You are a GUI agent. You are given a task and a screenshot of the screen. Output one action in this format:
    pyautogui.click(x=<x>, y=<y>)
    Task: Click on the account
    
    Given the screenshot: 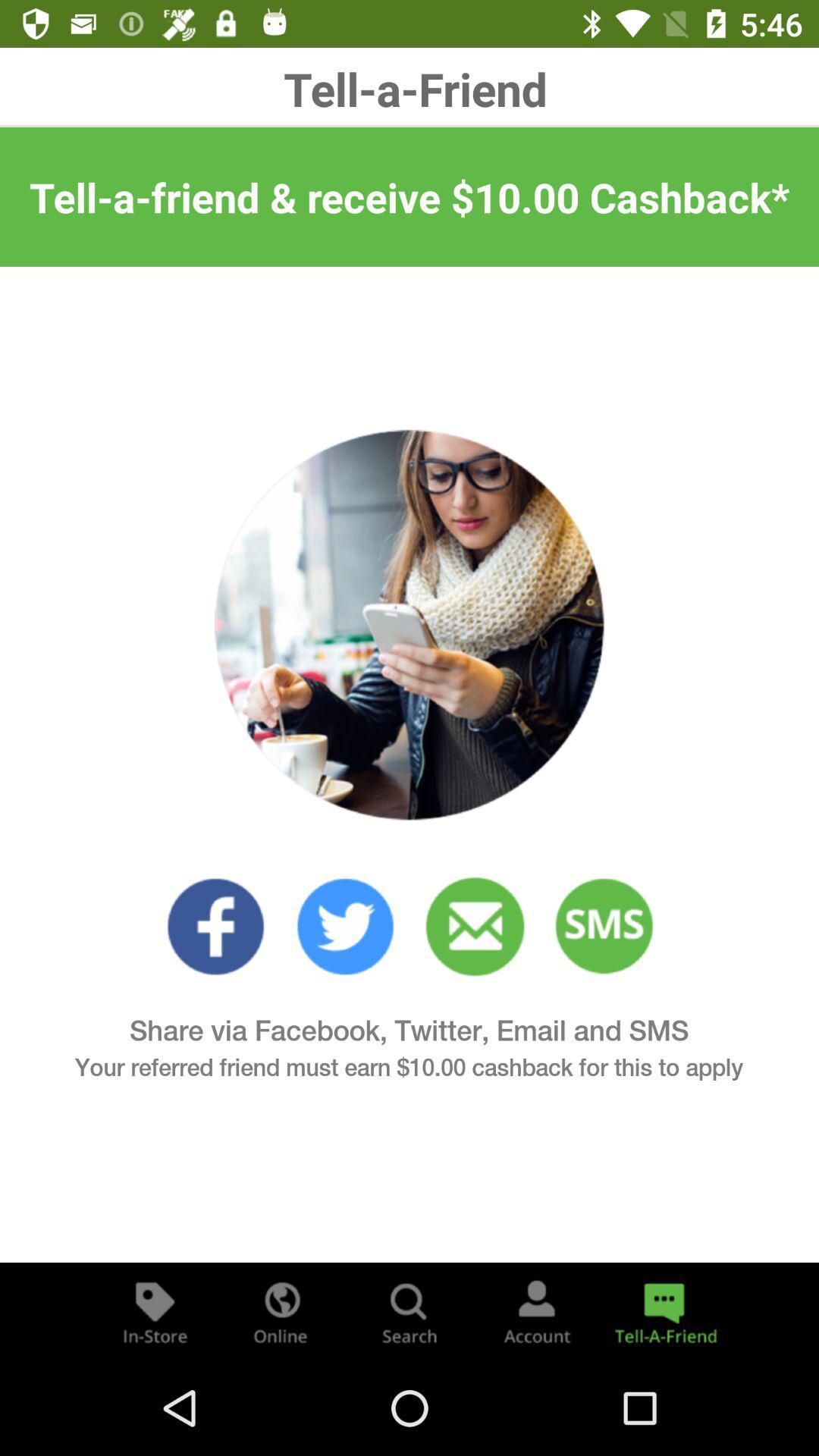 What is the action you would take?
    pyautogui.click(x=536, y=1310)
    